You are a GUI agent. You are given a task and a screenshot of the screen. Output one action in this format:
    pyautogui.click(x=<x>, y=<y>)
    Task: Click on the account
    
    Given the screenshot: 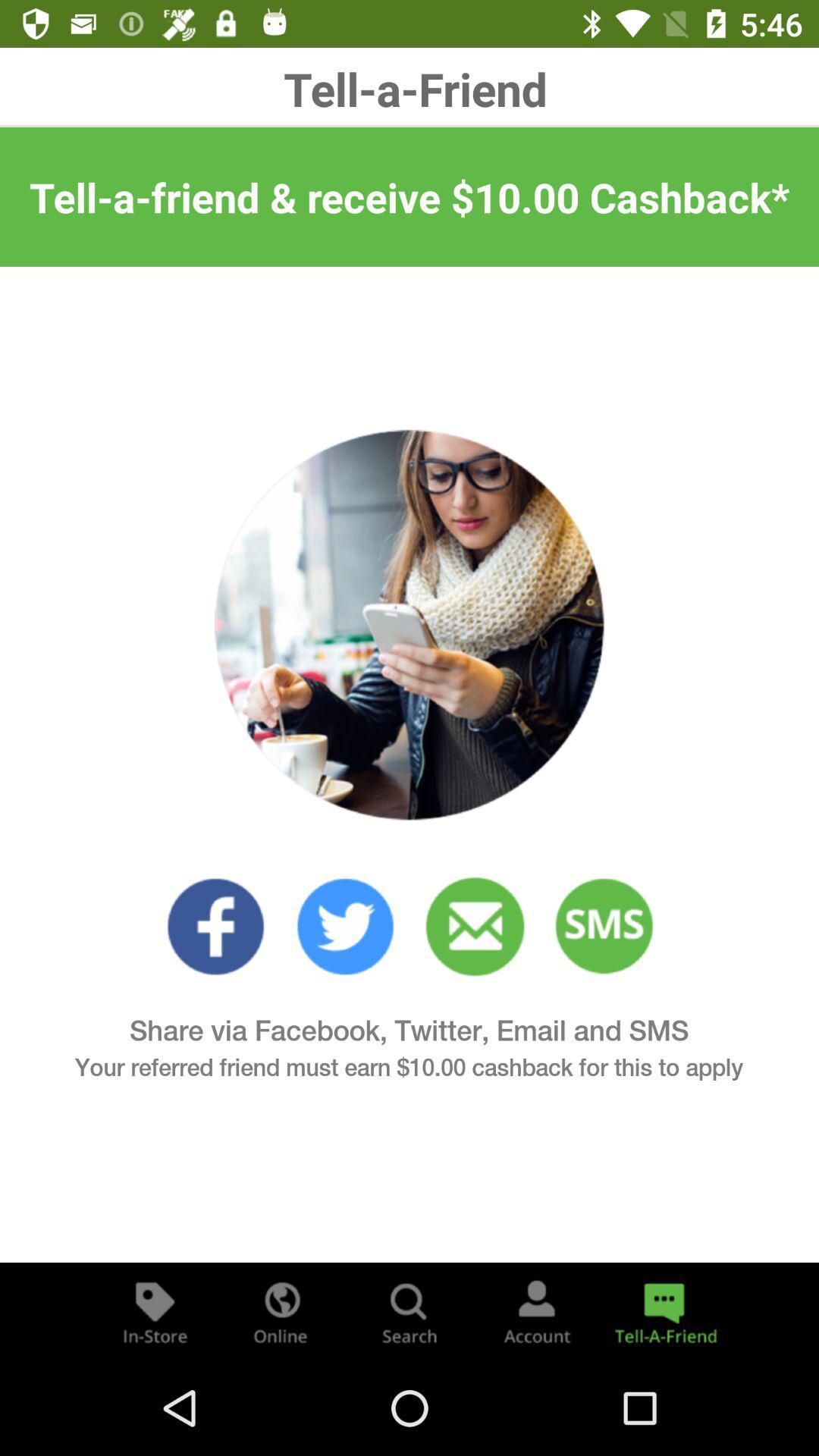 What is the action you would take?
    pyautogui.click(x=536, y=1310)
    